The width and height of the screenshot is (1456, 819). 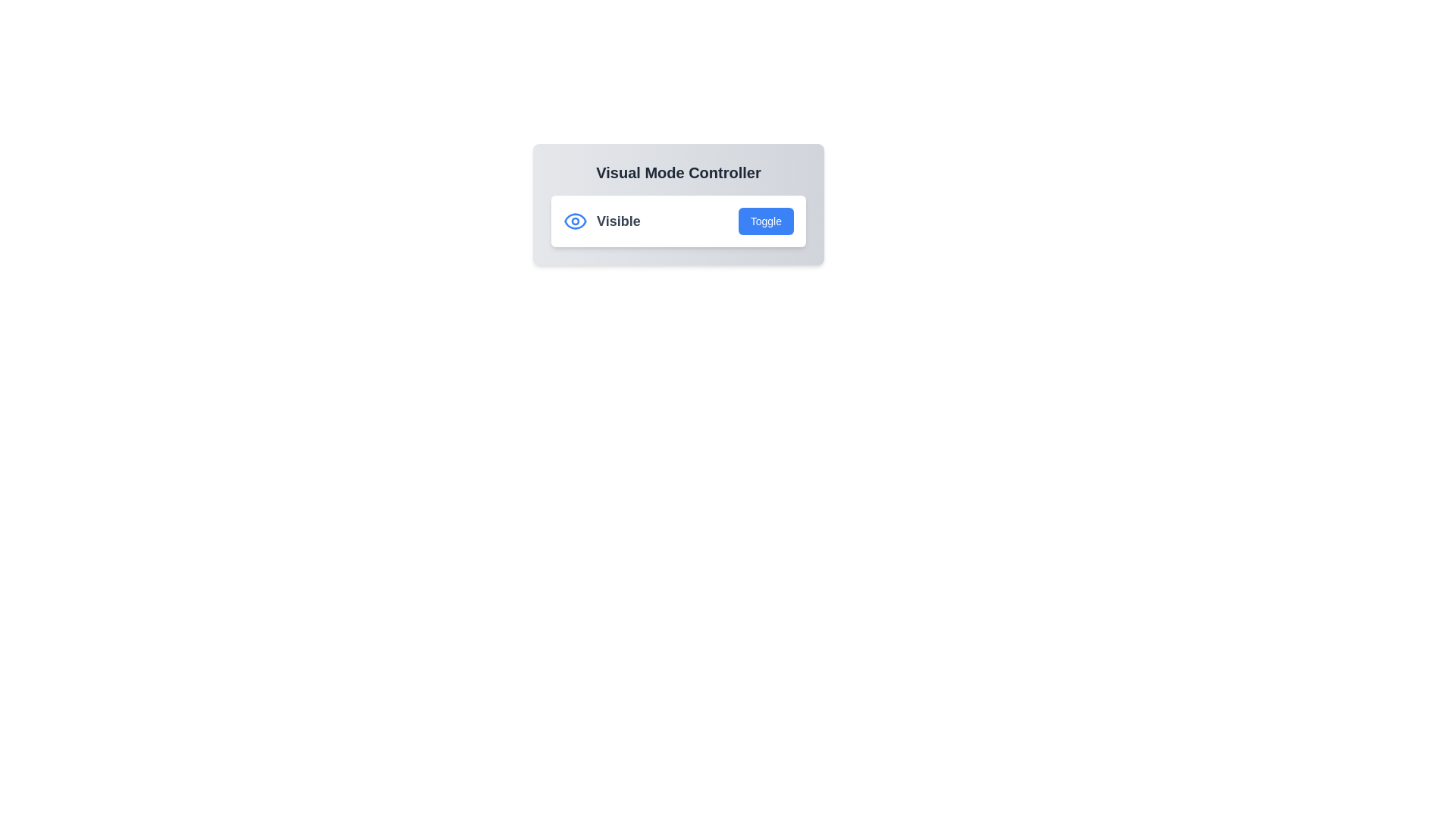 I want to click on the visibility icon to toggle the visibility state, so click(x=574, y=221).